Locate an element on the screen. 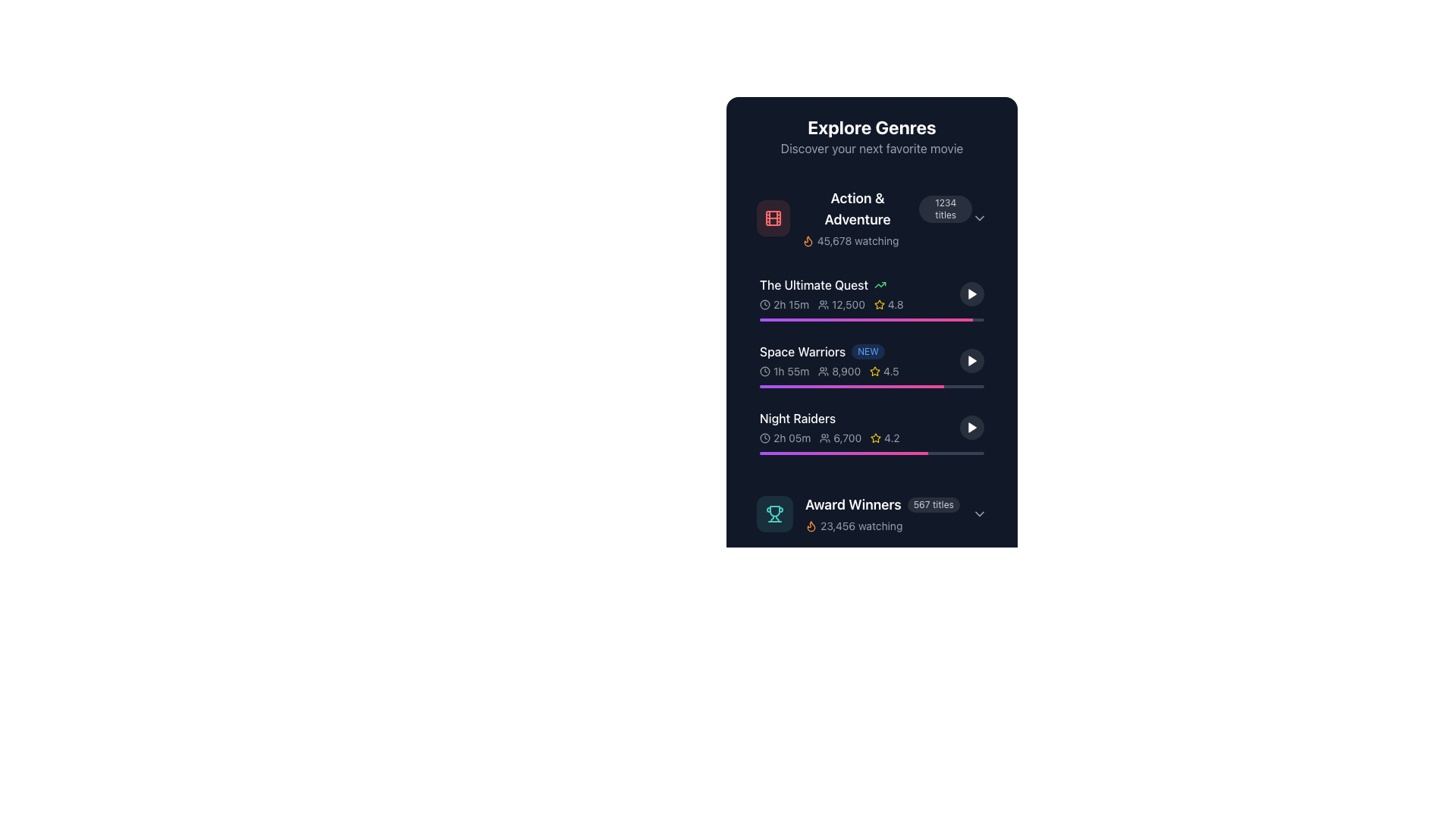 The height and width of the screenshot is (819, 1456). the gradient bar value is located at coordinates (760, 452).